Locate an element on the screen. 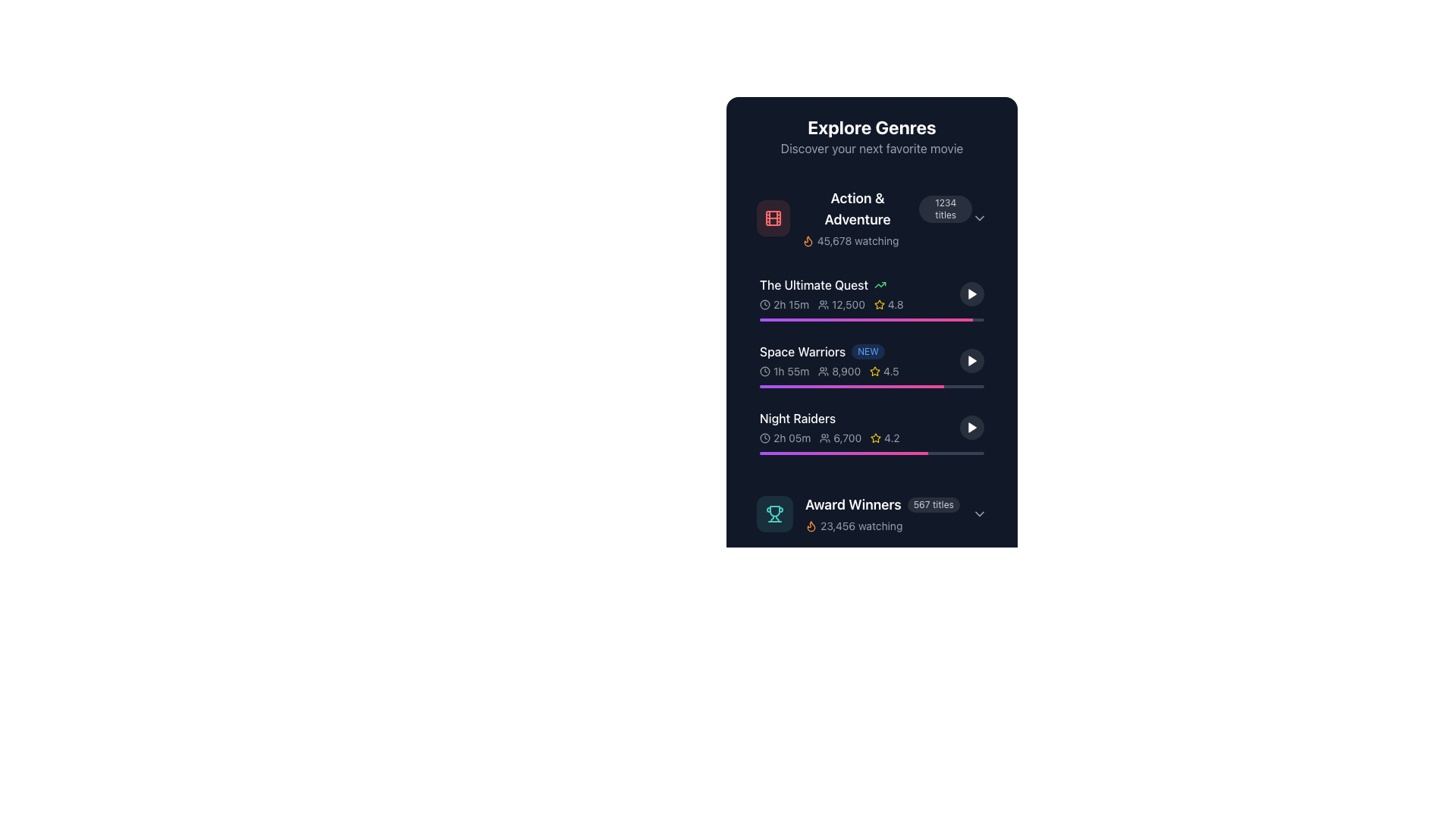 The height and width of the screenshot is (819, 1456). the gradient bar value is located at coordinates (760, 452).